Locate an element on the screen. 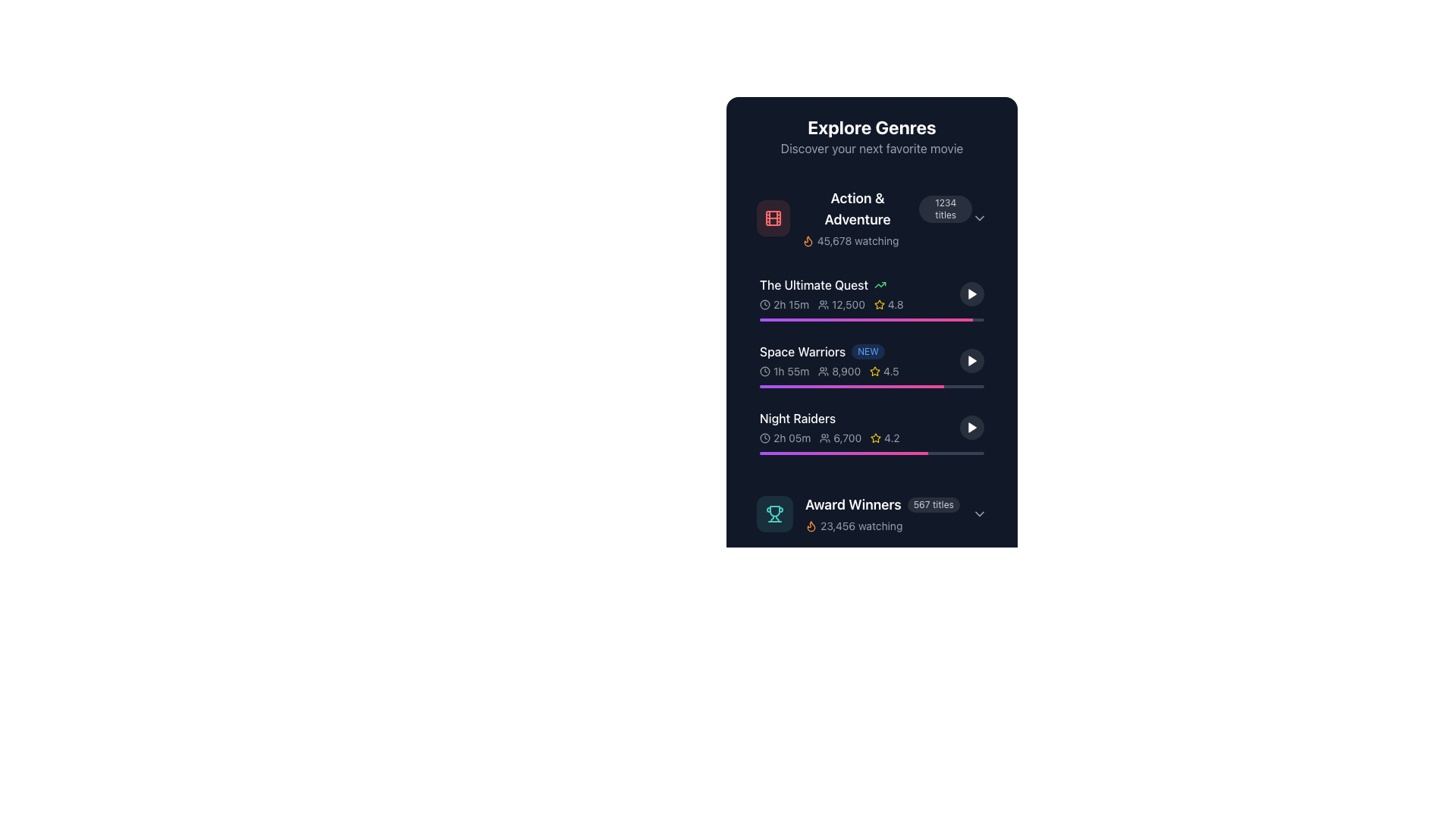 The height and width of the screenshot is (819, 1456). the gradient bar value is located at coordinates (760, 452).